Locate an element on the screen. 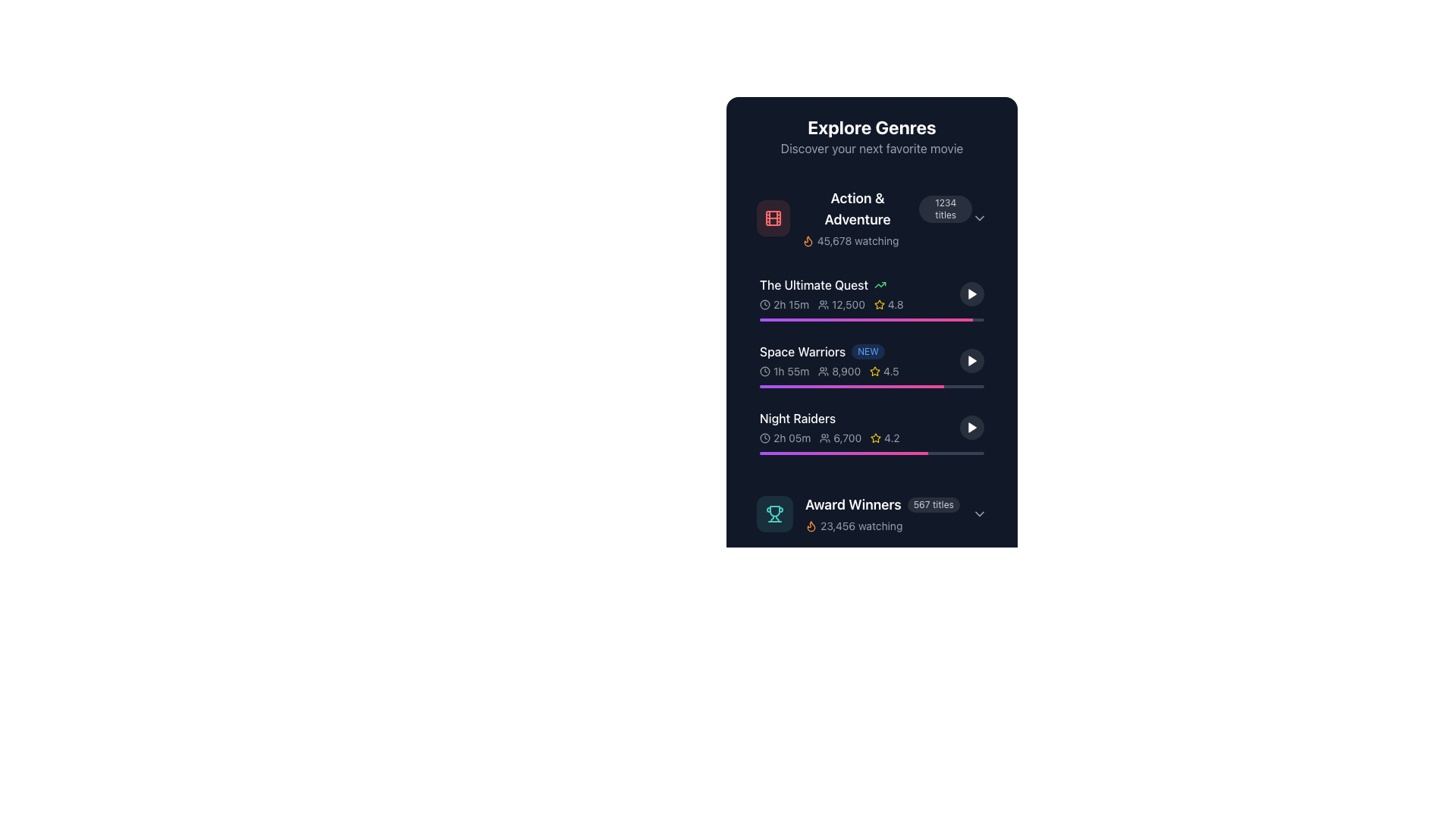 The height and width of the screenshot is (819, 1456). the gradient bar value is located at coordinates (760, 452).